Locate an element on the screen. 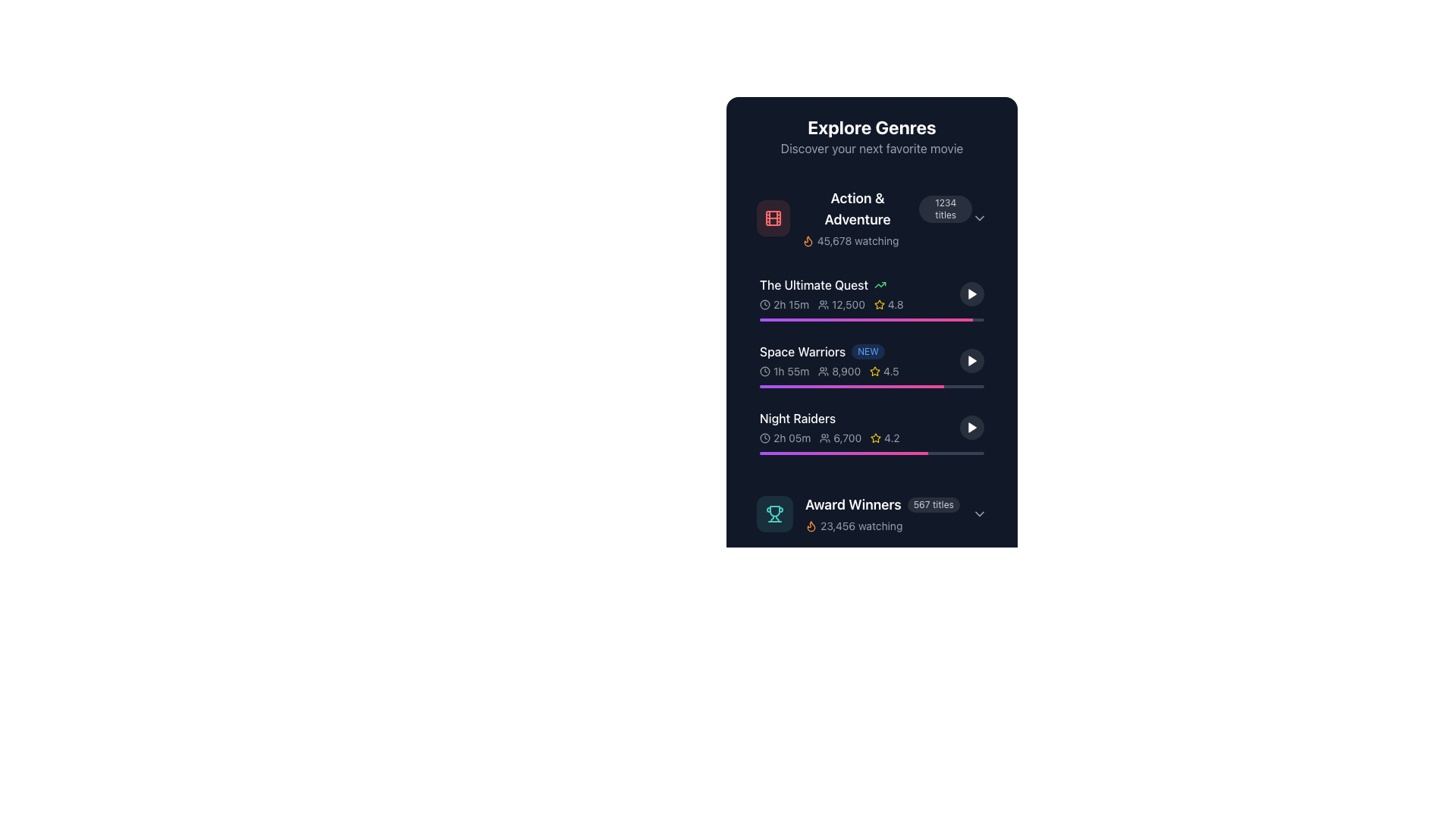 The height and width of the screenshot is (819, 1456). the gradient bar value is located at coordinates (760, 452).